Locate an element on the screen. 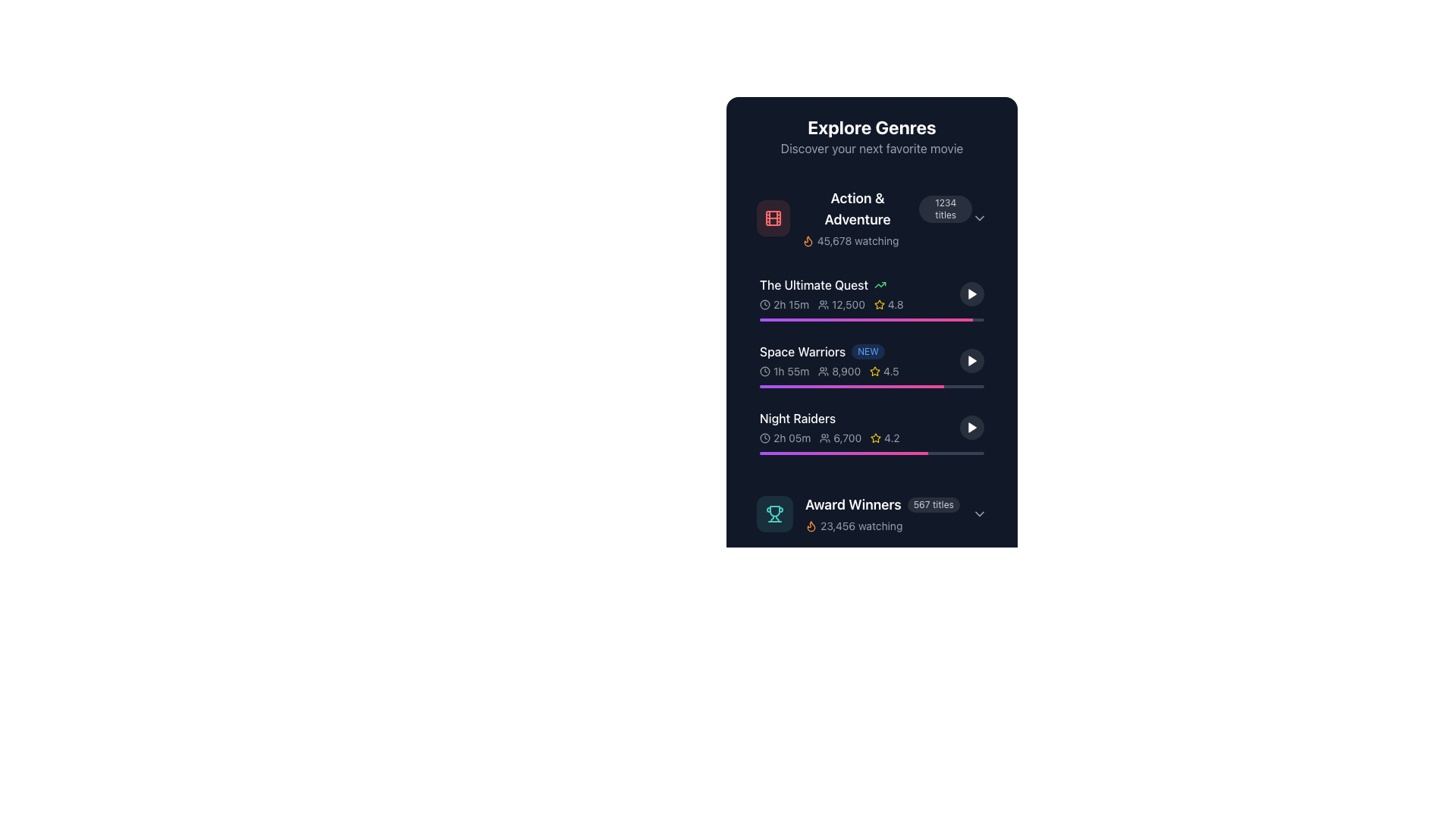 The height and width of the screenshot is (819, 1456). the gradient bar value is located at coordinates (760, 452).